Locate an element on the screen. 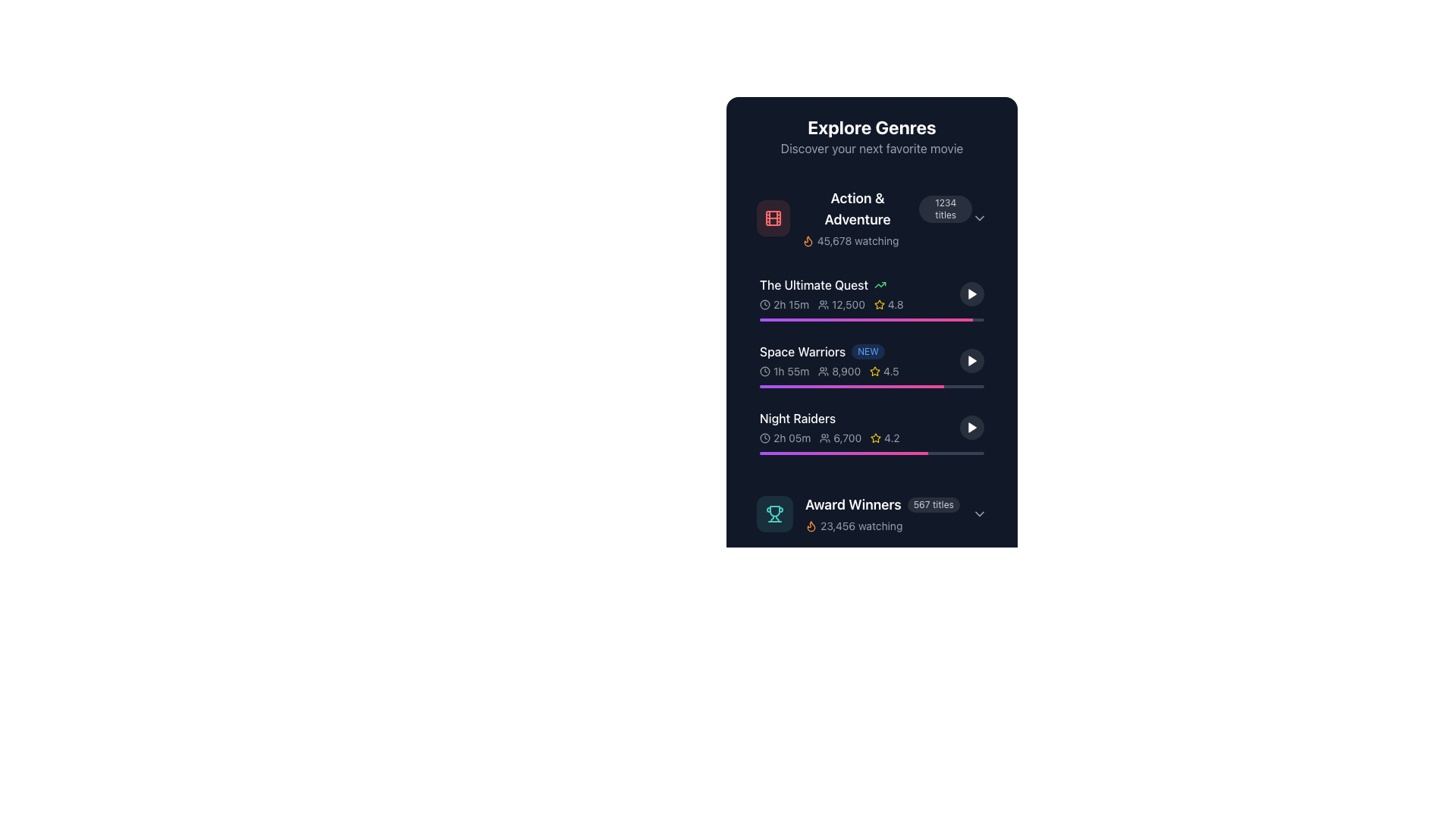 The height and width of the screenshot is (819, 1456). the gradient bar value is located at coordinates (760, 452).